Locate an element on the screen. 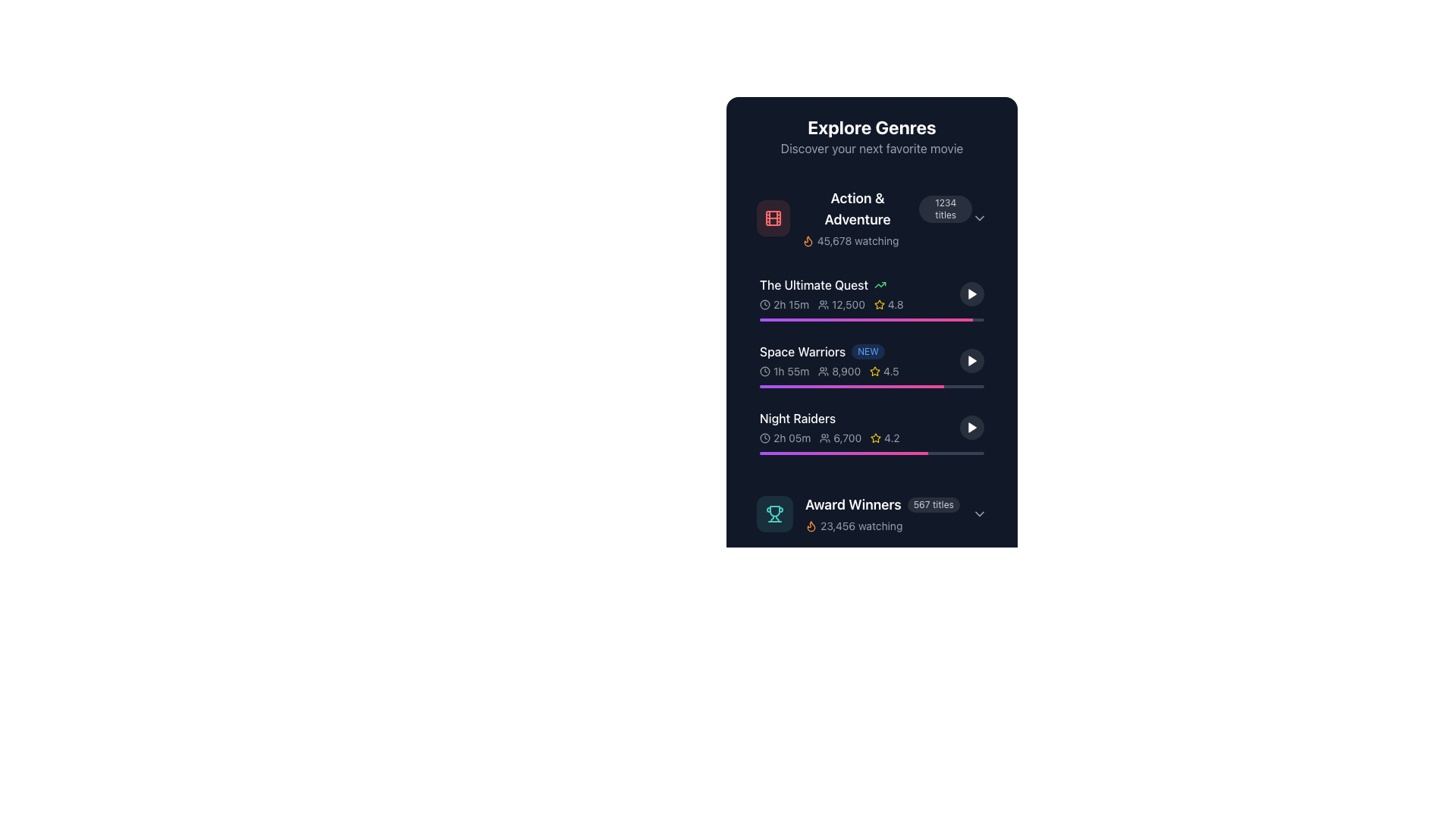 The height and width of the screenshot is (819, 1456). the gradient bar value is located at coordinates (760, 452).